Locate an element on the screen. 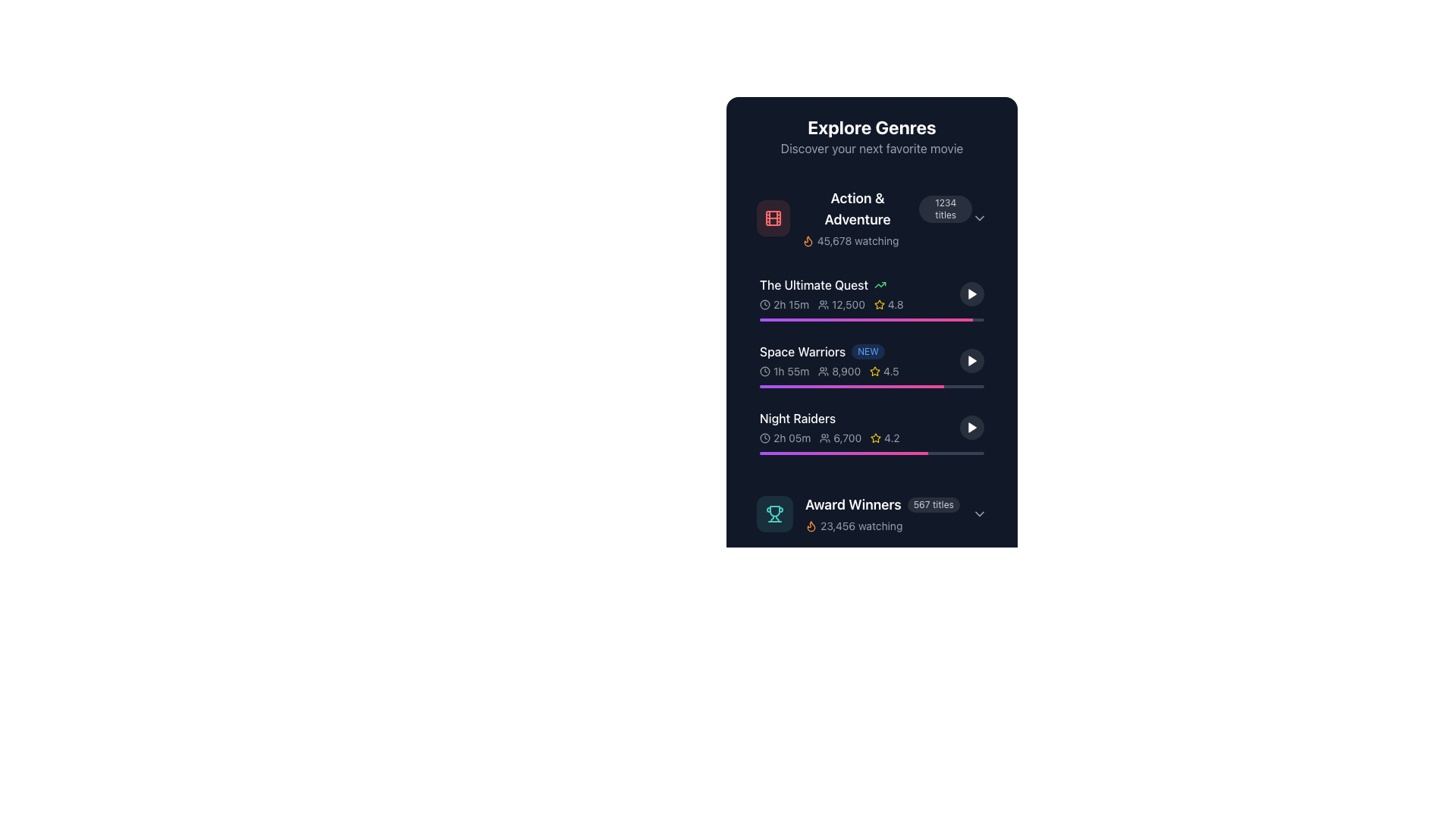 The height and width of the screenshot is (819, 1456). the gradient bar value is located at coordinates (760, 452).